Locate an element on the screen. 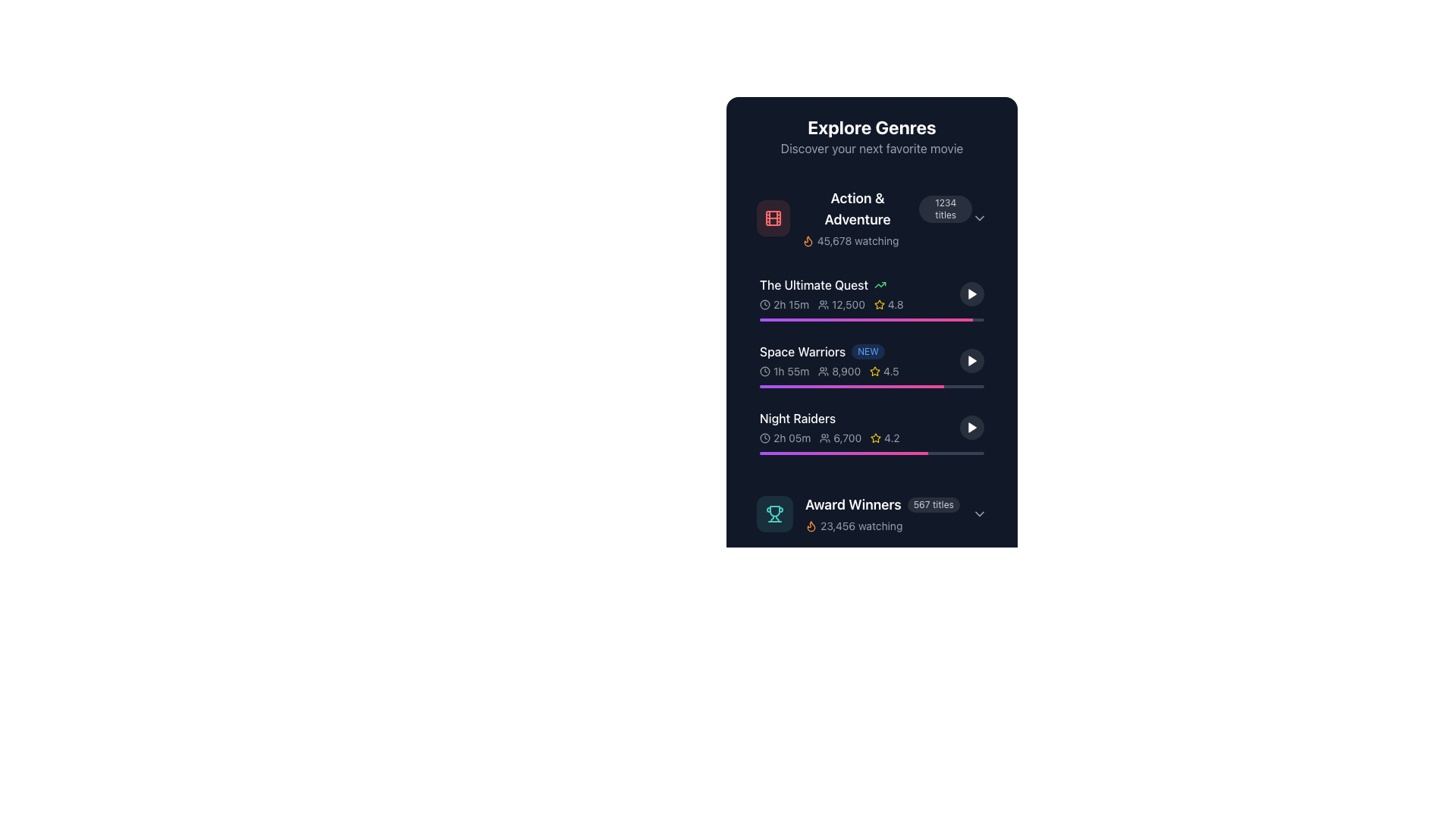 The height and width of the screenshot is (819, 1456). the gradient bar value is located at coordinates (760, 452).